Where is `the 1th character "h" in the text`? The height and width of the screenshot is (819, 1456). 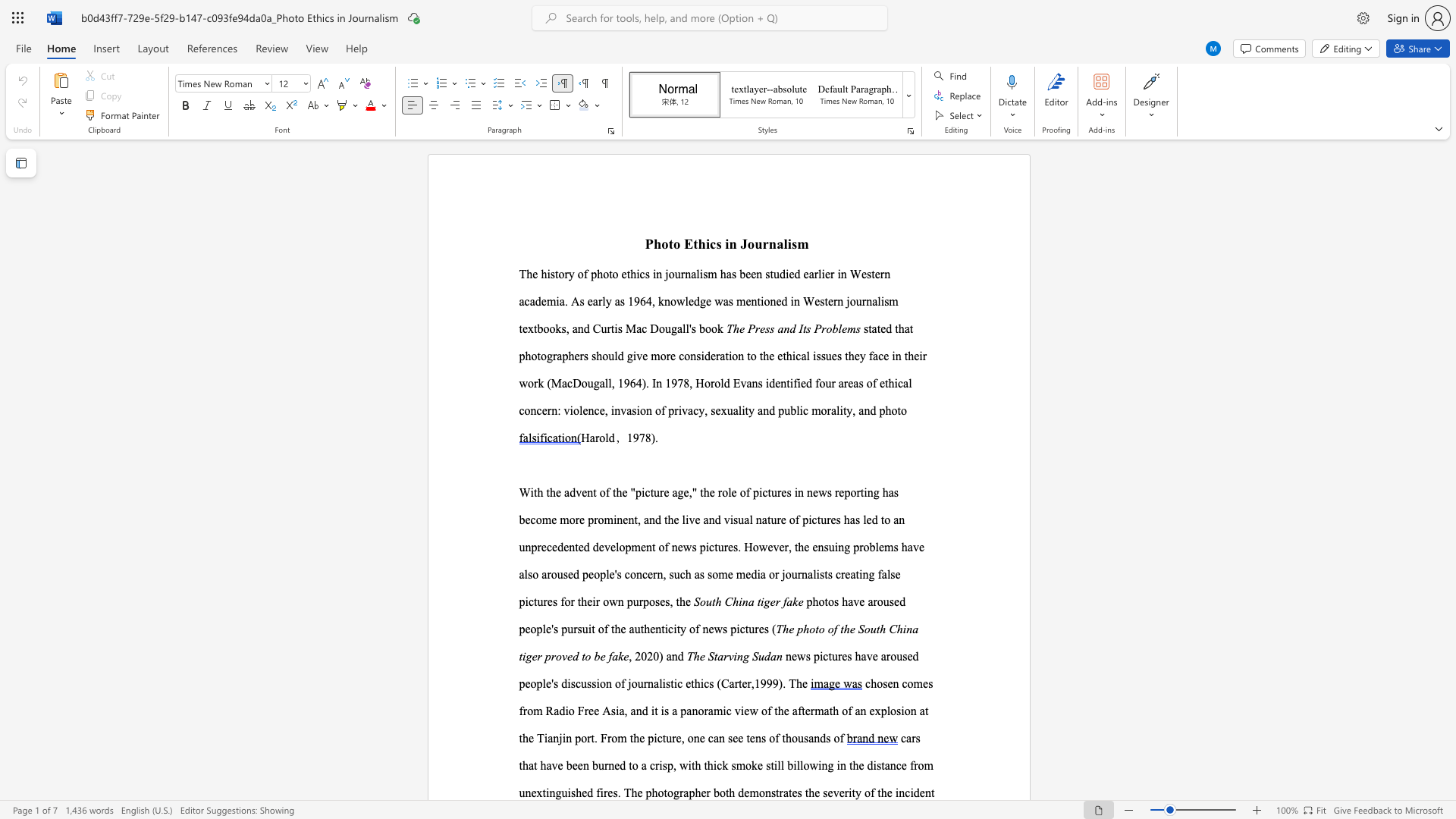
the 1th character "h" in the text is located at coordinates (657, 243).